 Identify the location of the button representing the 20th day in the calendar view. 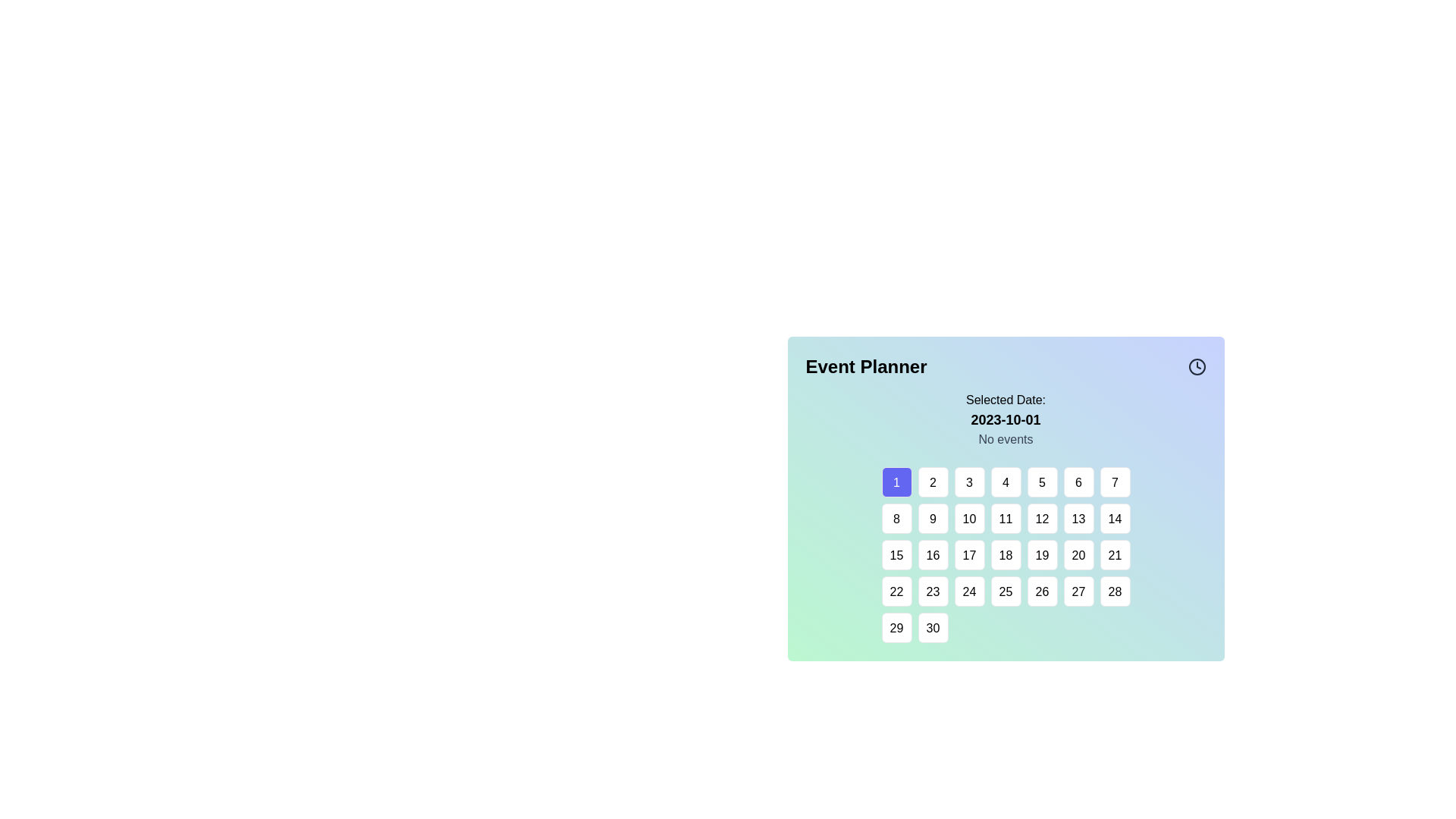
(1078, 555).